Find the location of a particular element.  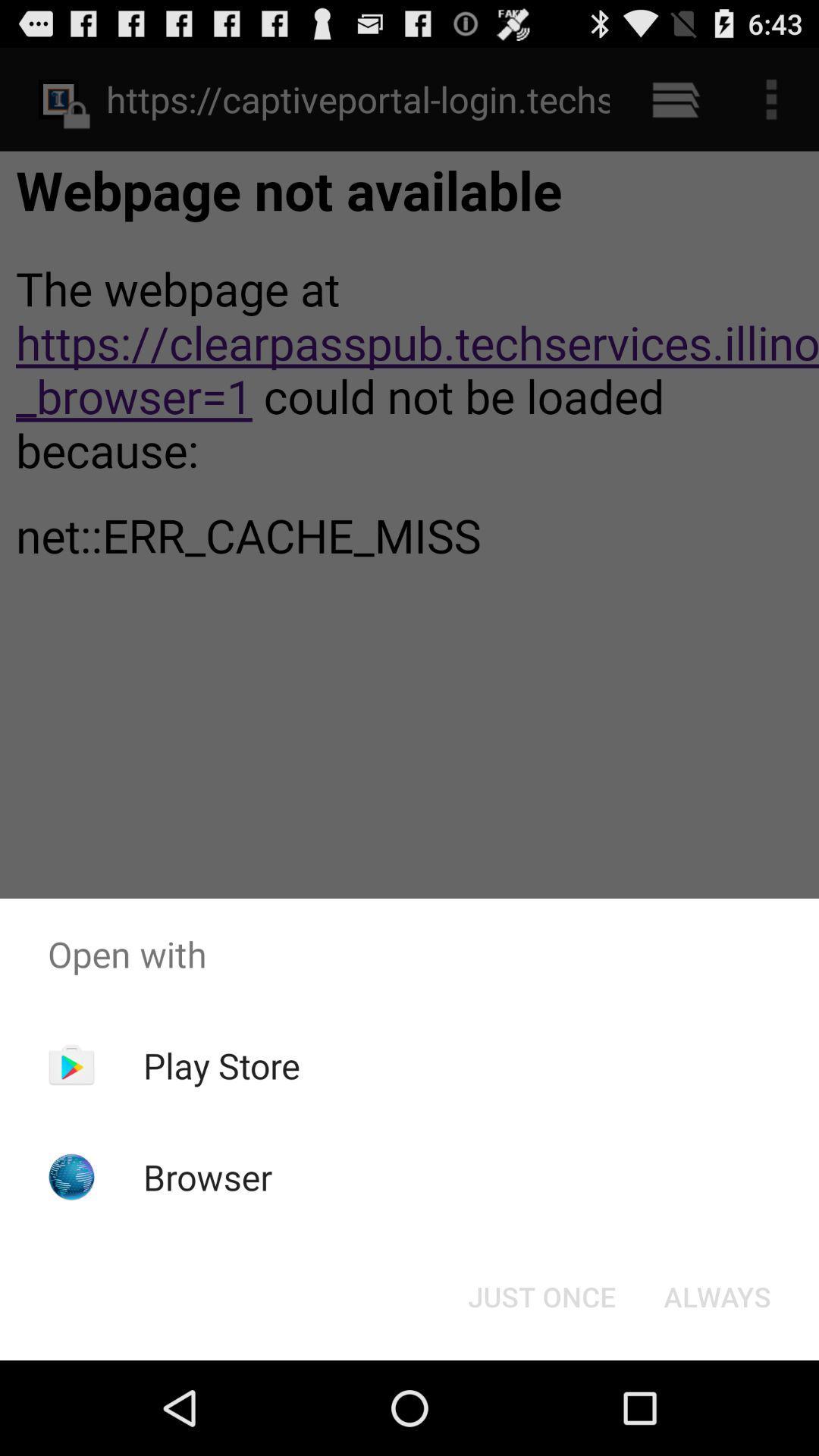

the app below play store app is located at coordinates (208, 1176).